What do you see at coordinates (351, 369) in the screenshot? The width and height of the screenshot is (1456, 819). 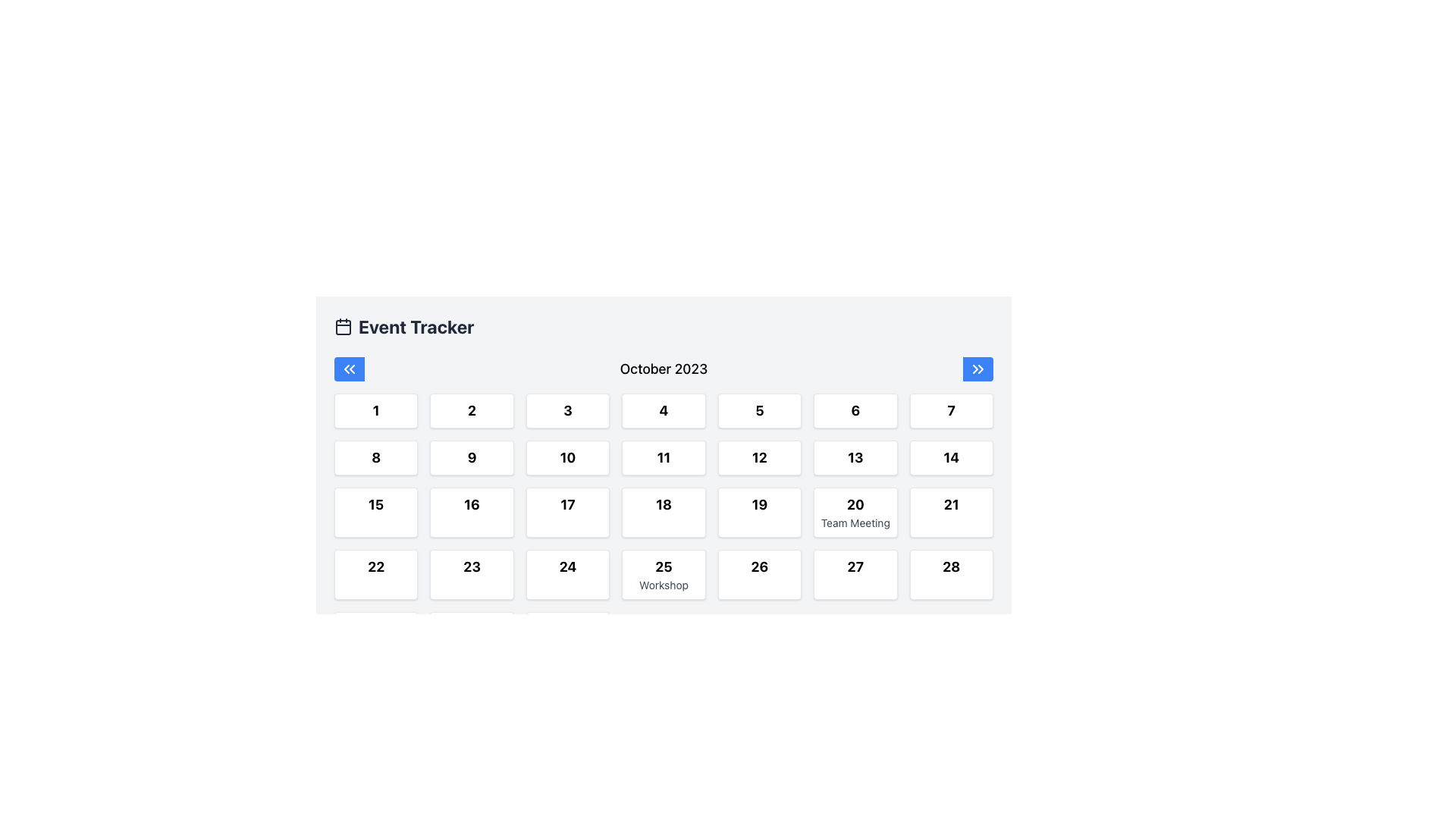 I see `the leftward-pointing triangular icon located in the left-side navigation of the calendar component` at bounding box center [351, 369].